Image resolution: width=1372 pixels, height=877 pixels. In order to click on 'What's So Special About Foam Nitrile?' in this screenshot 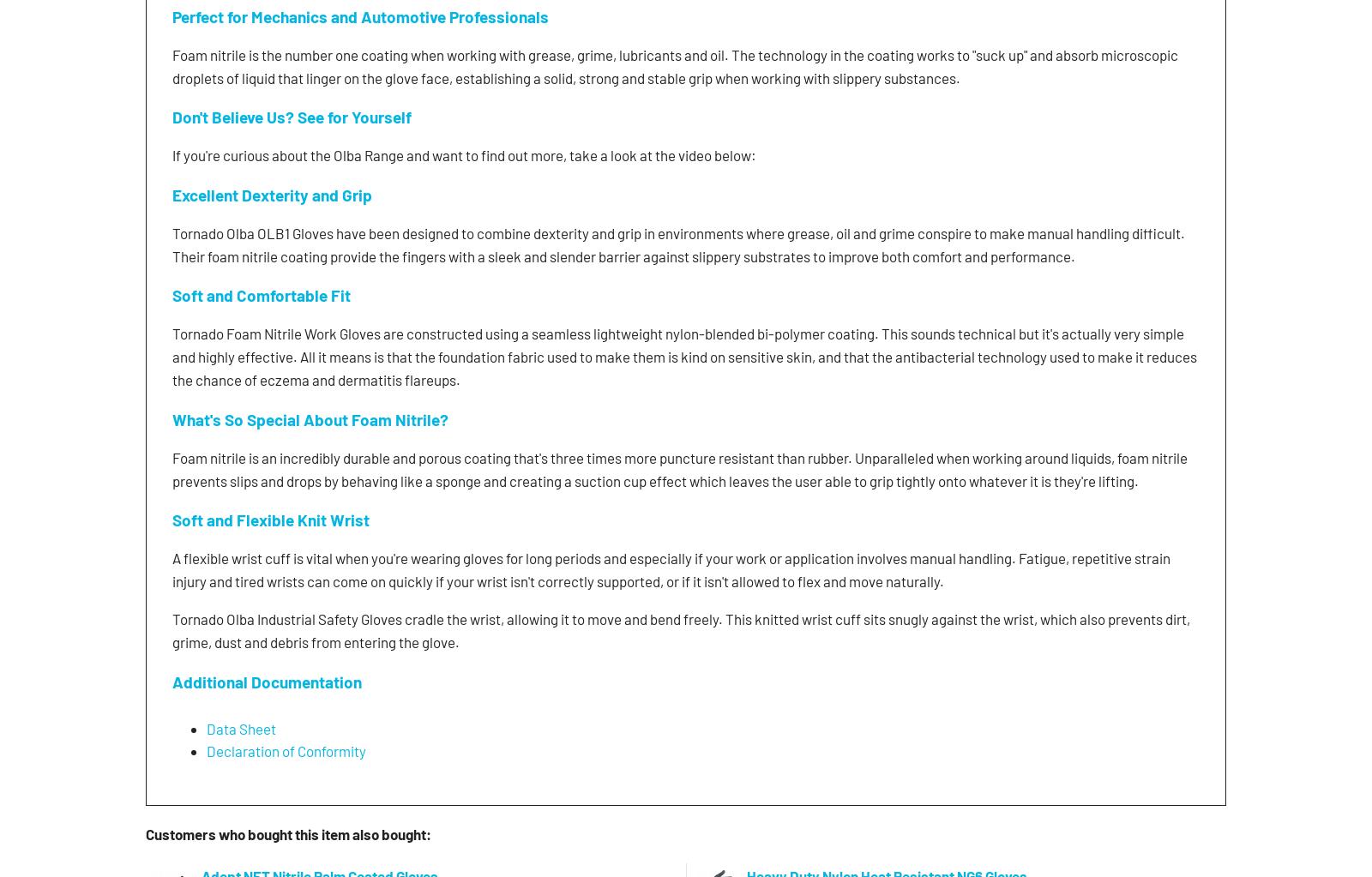, I will do `click(310, 418)`.